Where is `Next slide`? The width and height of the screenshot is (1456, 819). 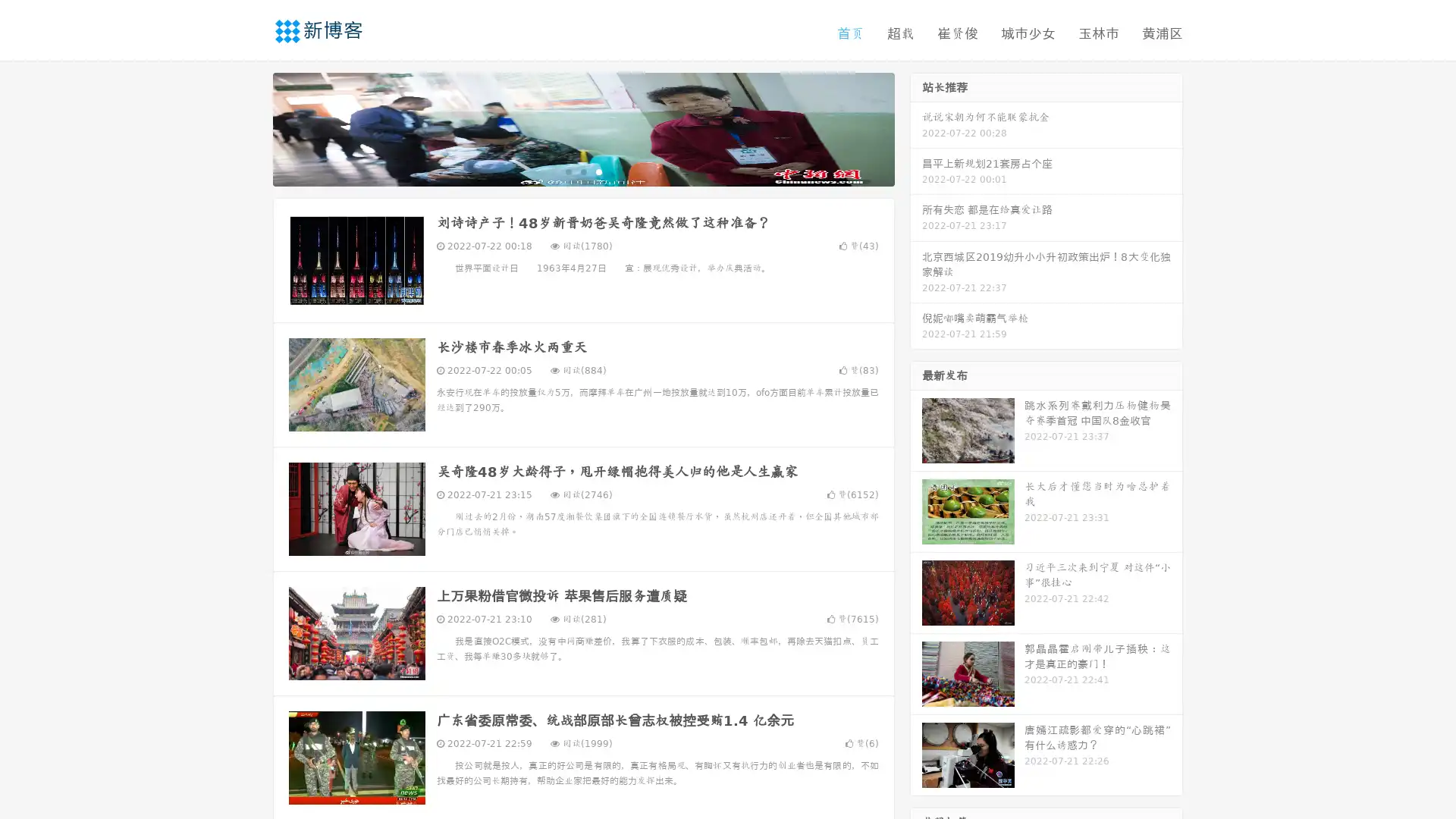
Next slide is located at coordinates (916, 127).